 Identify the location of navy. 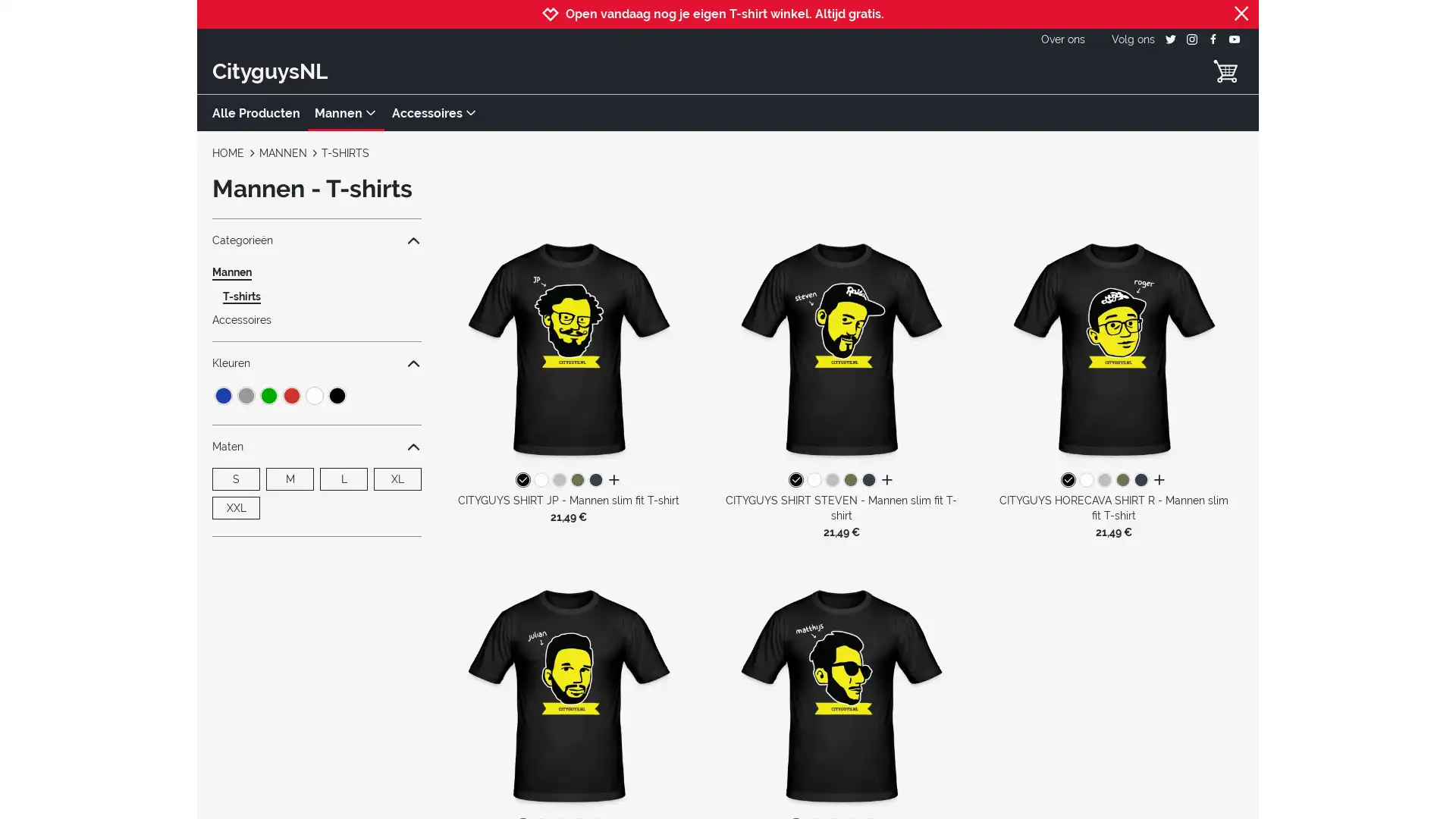
(595, 480).